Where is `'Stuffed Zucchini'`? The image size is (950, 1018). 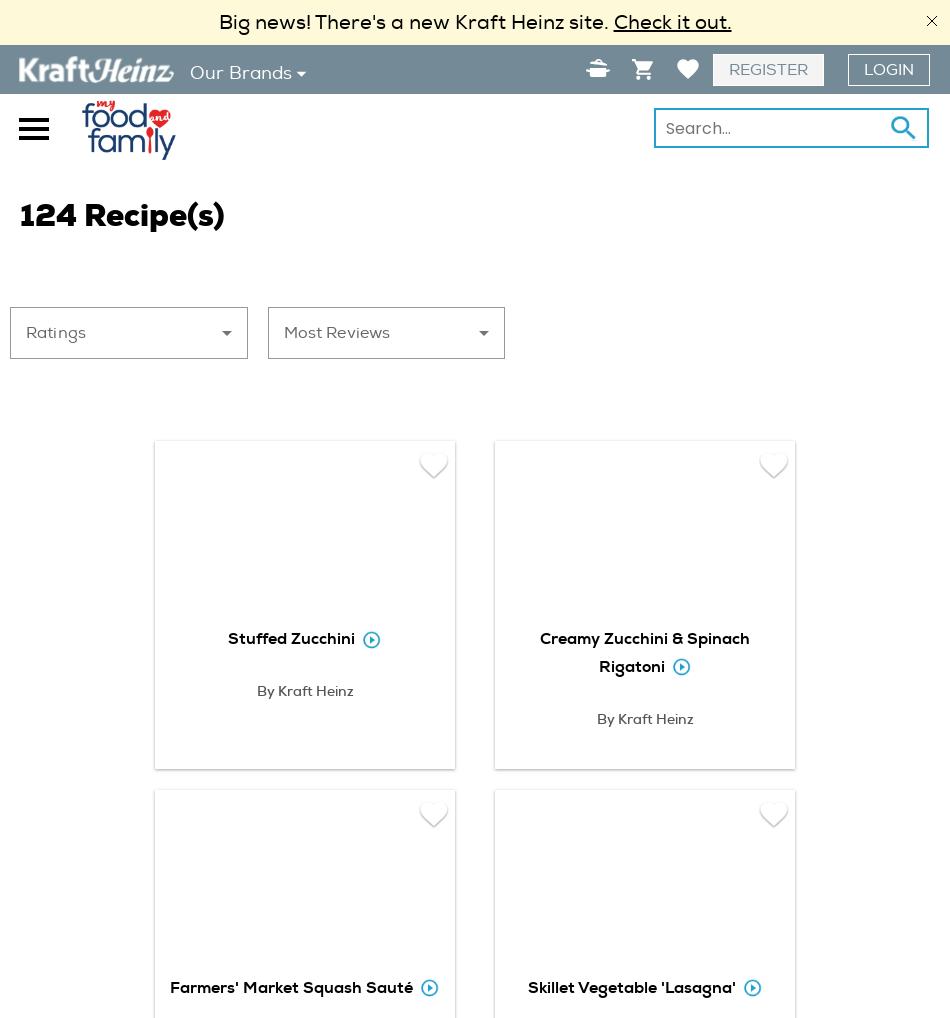 'Stuffed Zucchini' is located at coordinates (290, 637).